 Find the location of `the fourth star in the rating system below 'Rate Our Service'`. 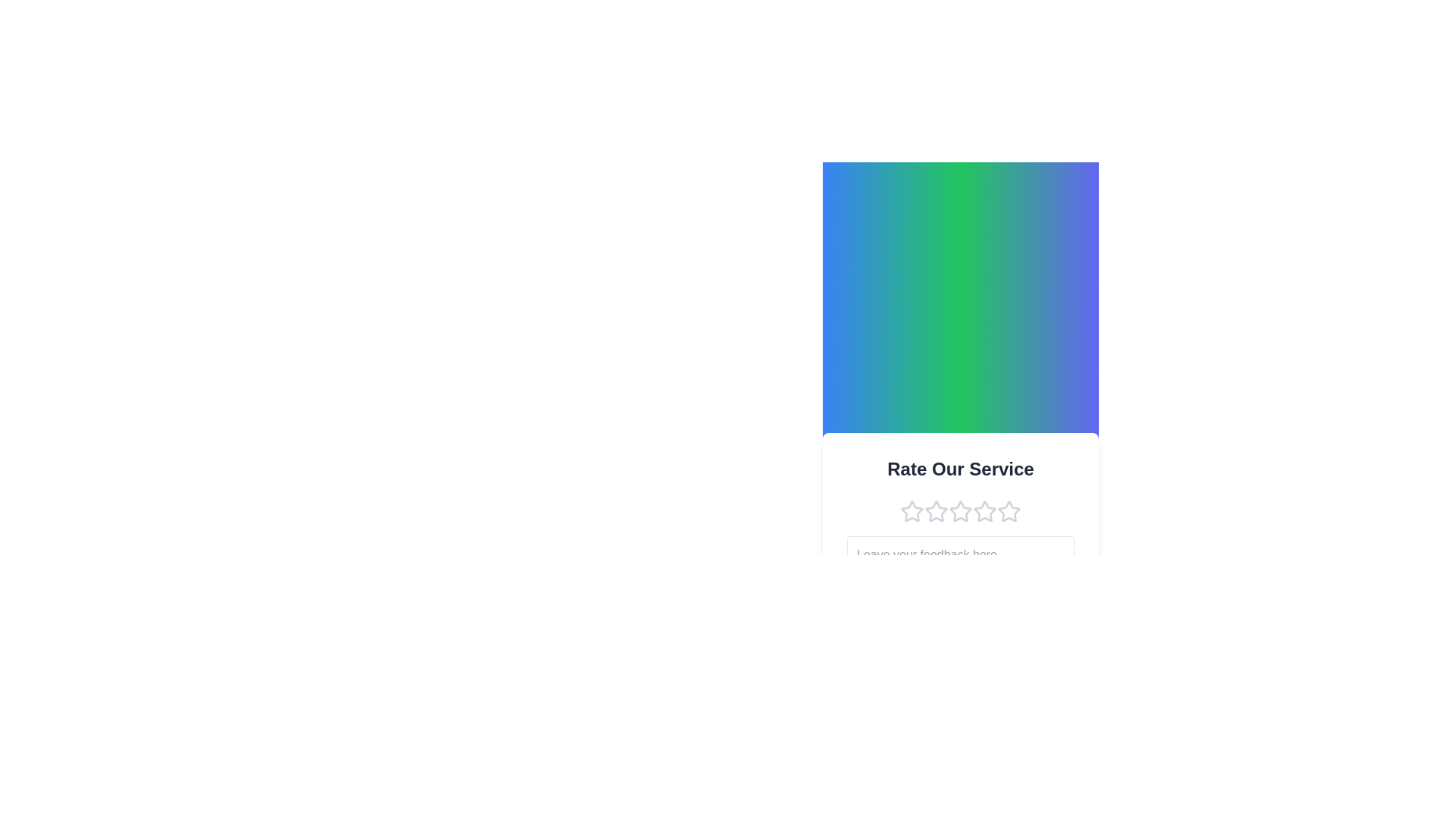

the fourth star in the rating system below 'Rate Our Service' is located at coordinates (985, 511).